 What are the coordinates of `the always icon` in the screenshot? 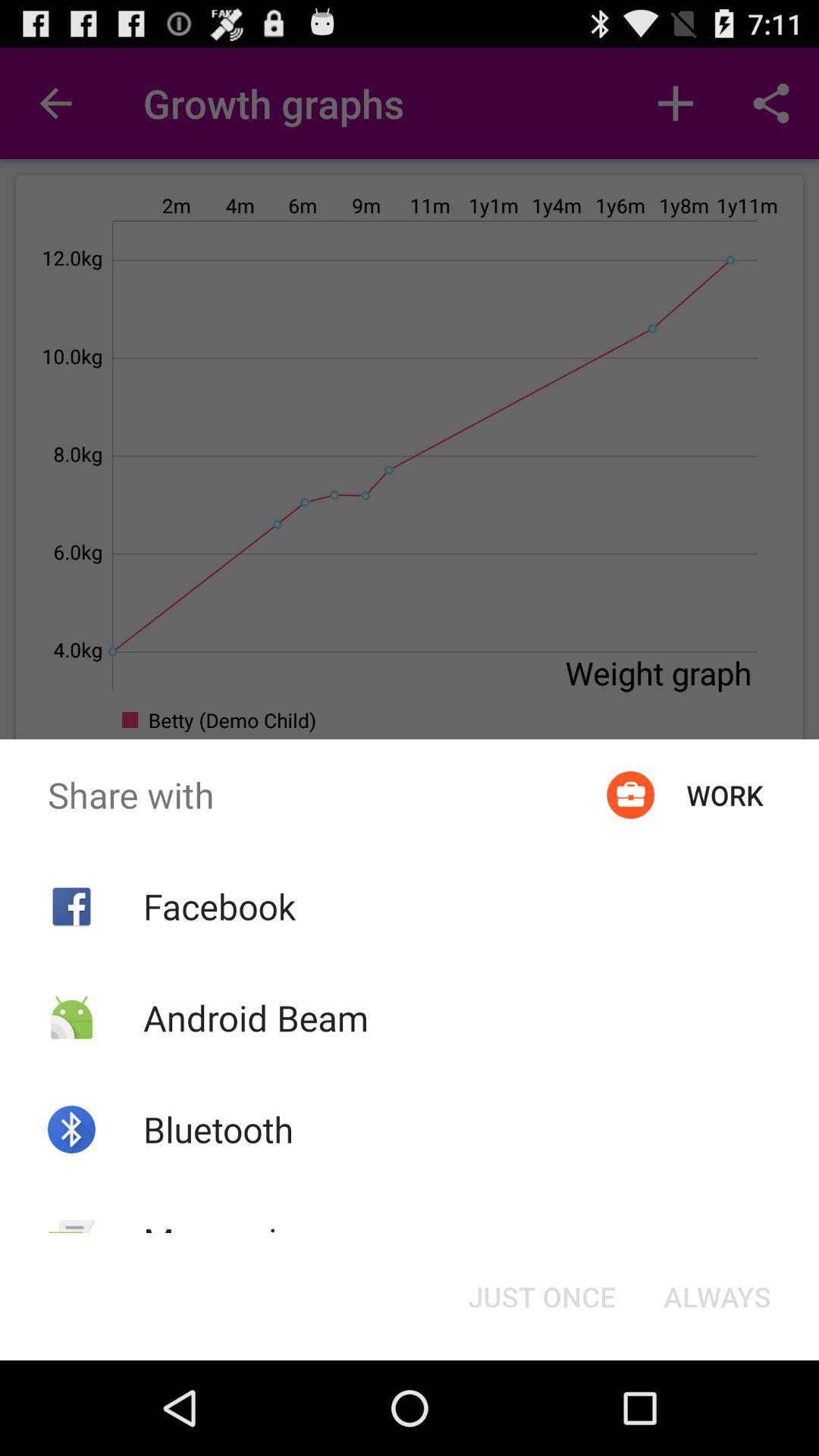 It's located at (717, 1295).